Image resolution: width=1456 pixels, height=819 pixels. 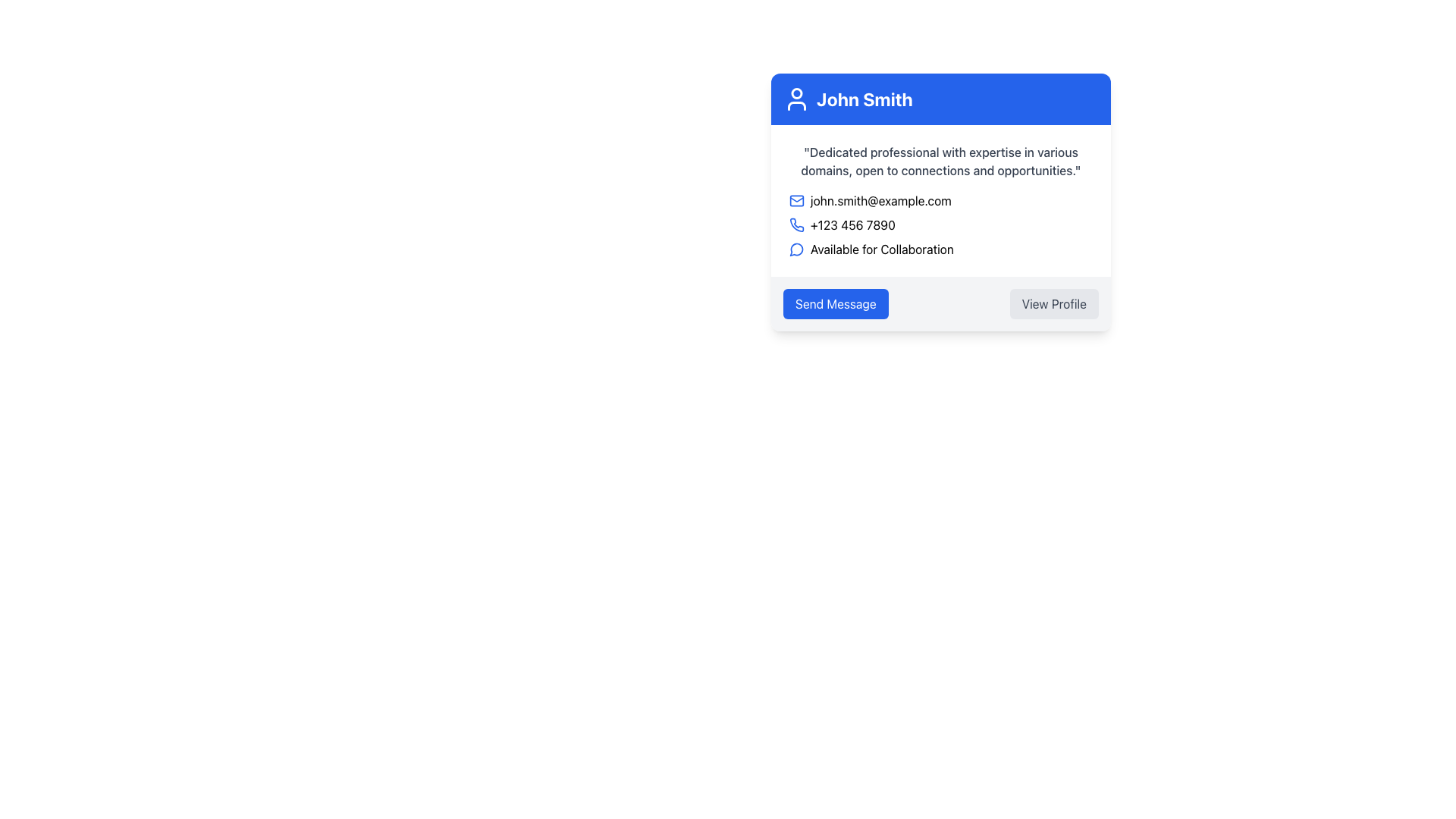 I want to click on the blue phone icon, which is styled as an outline of a handset and located to the left of the phone number '+123 456 7890', so click(x=796, y=225).